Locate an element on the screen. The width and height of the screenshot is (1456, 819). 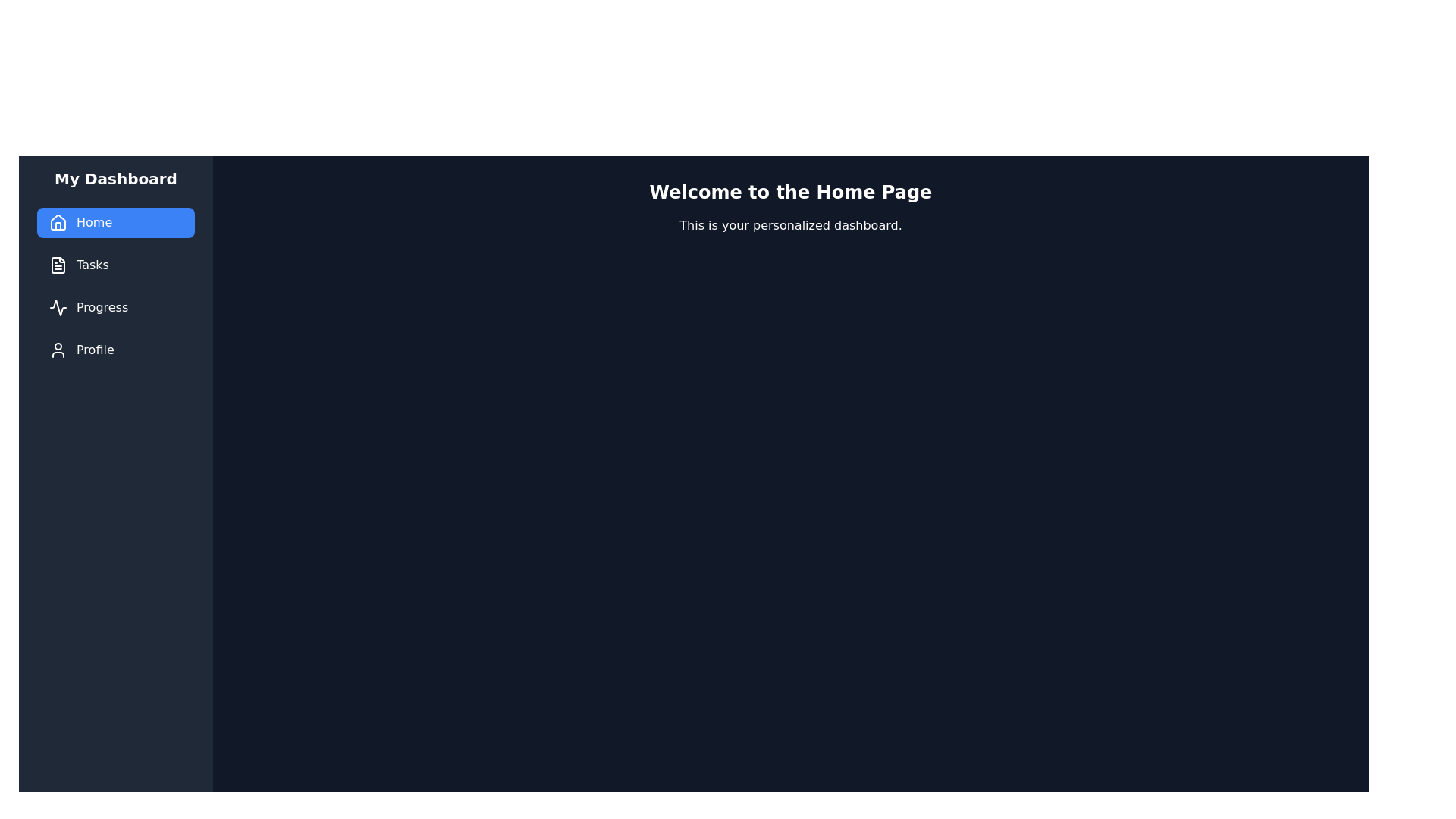
the prominent, bold header text displaying 'Welcome to the Home Page', which is centrally located at the top of the page is located at coordinates (789, 192).